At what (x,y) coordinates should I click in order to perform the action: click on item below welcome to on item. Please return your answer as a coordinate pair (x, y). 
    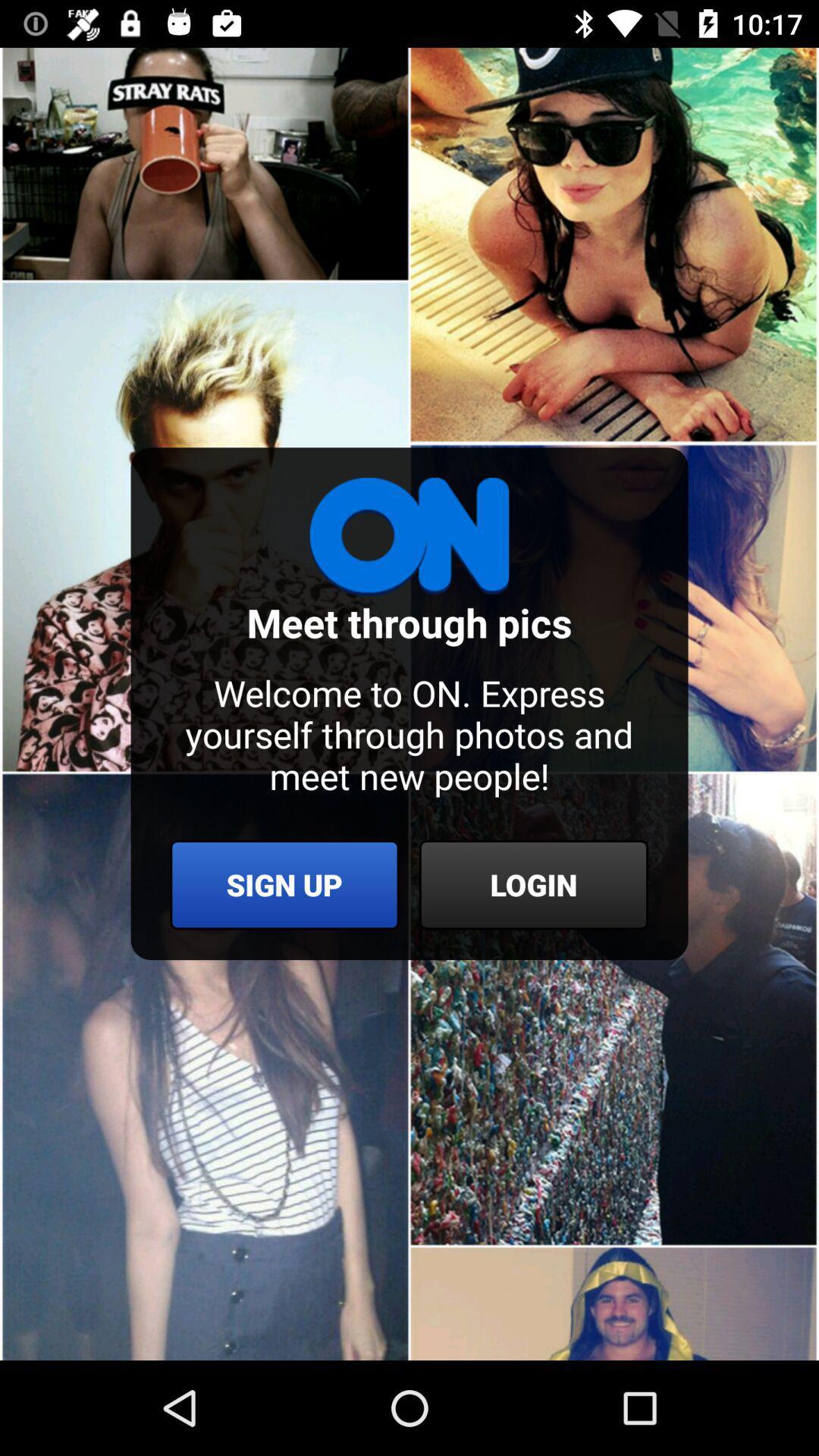
    Looking at the image, I should click on (532, 884).